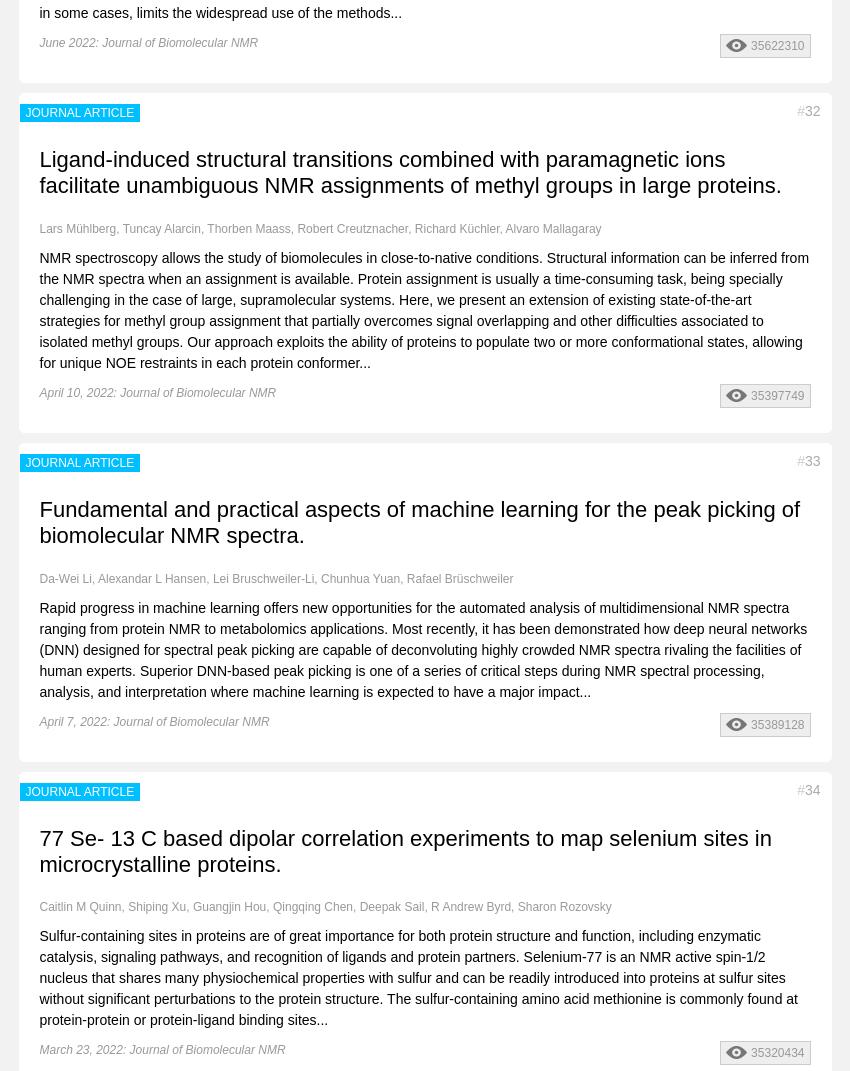 The height and width of the screenshot is (1071, 850). What do you see at coordinates (418, 977) in the screenshot?
I see `'Sulfur-containing sites in proteins are of great importance for both protein structure and function, including enzymatic catalysis, signaling pathways, and recognition of ligands and protein partners. Selenium-77 is an NMR active spin-1/2 nucleus that shares many physiochemical properties with sulfur and can be readily introduced into proteins at sulfur sites without significant perturbations to the protein structure. The sulfur-containing amino acid methionine is commonly found at protein-protein or protein-ligand binding sites...'` at bounding box center [418, 977].